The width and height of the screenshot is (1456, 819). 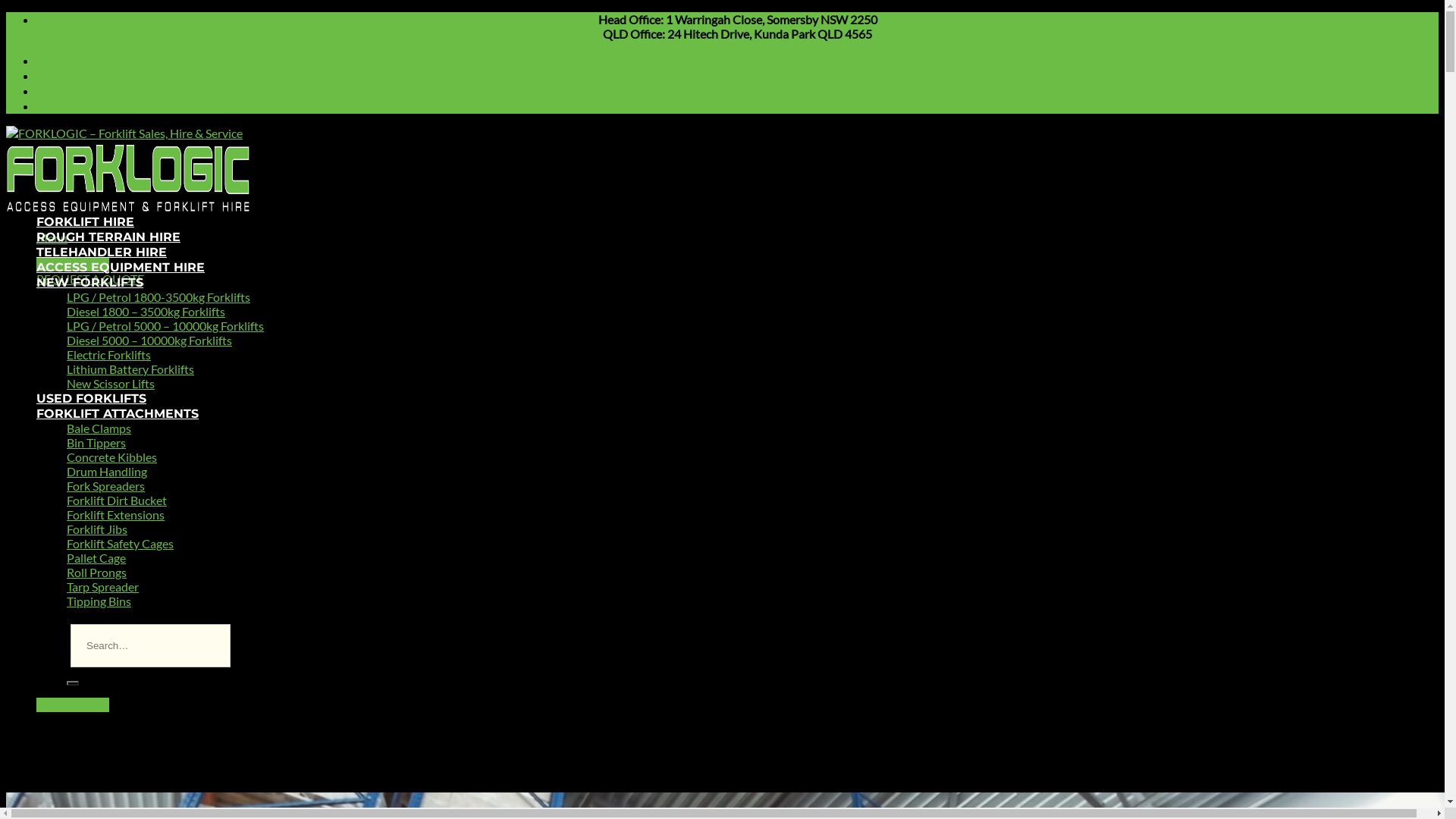 I want to click on 'Tipping Bins', so click(x=98, y=600).